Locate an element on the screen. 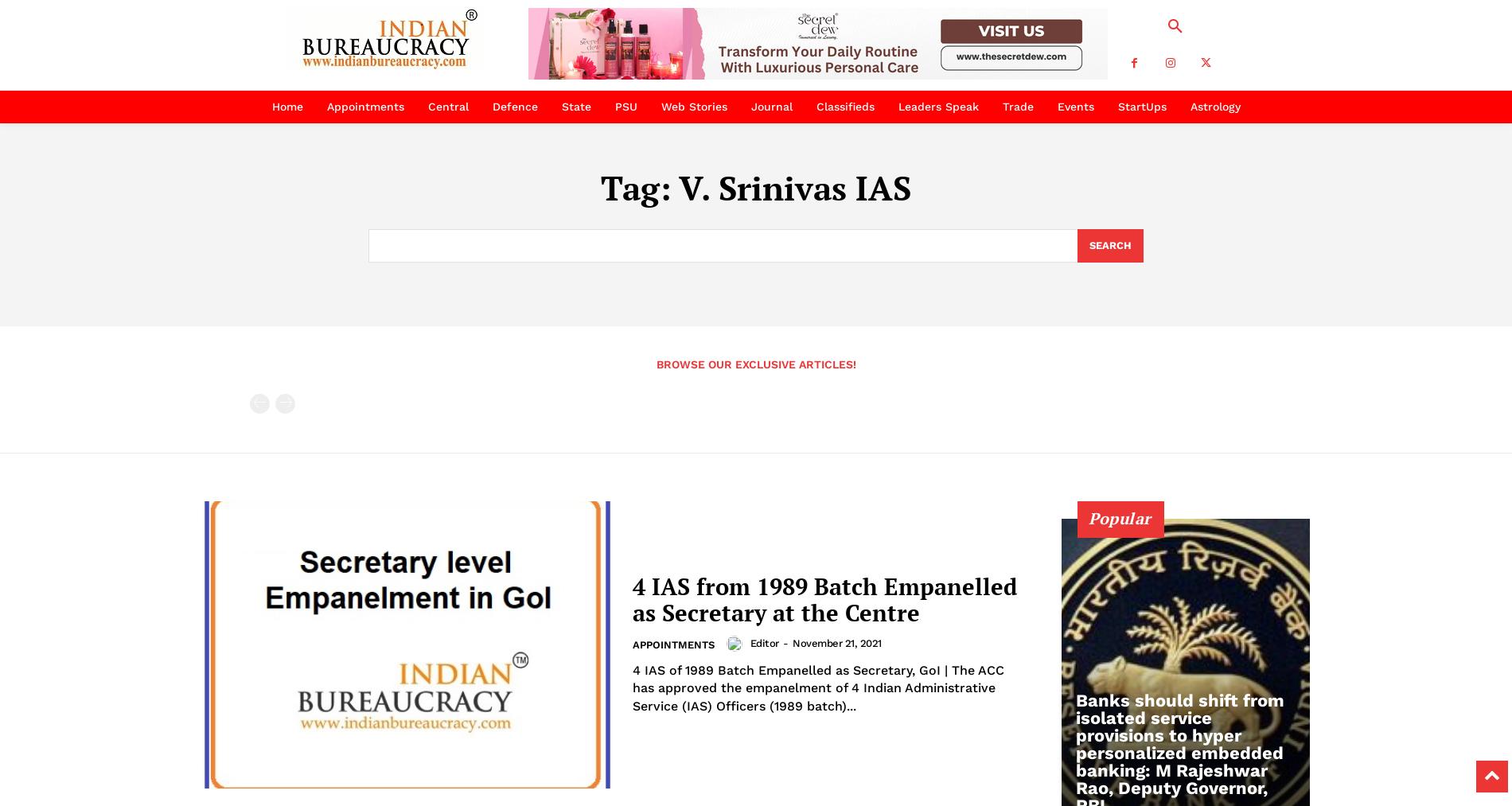  '-' is located at coordinates (785, 655).